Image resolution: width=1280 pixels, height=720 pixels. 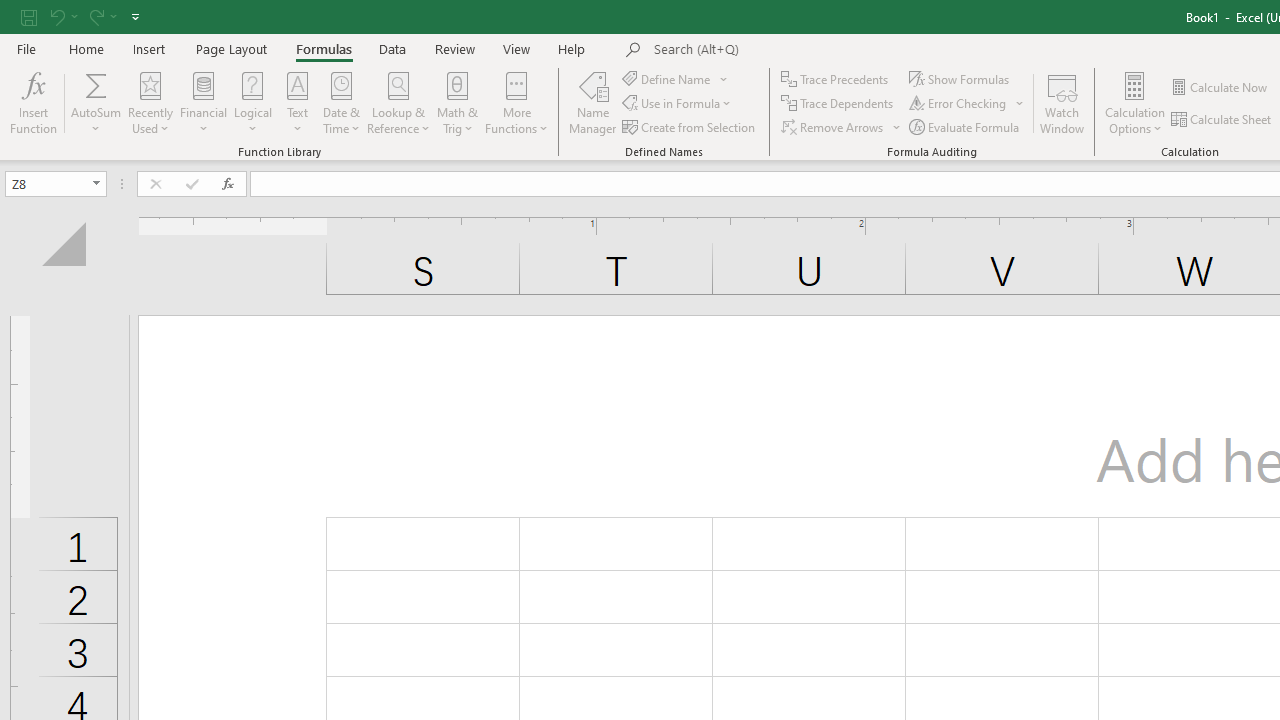 I want to click on 'Trace Dependents', so click(x=839, y=103).